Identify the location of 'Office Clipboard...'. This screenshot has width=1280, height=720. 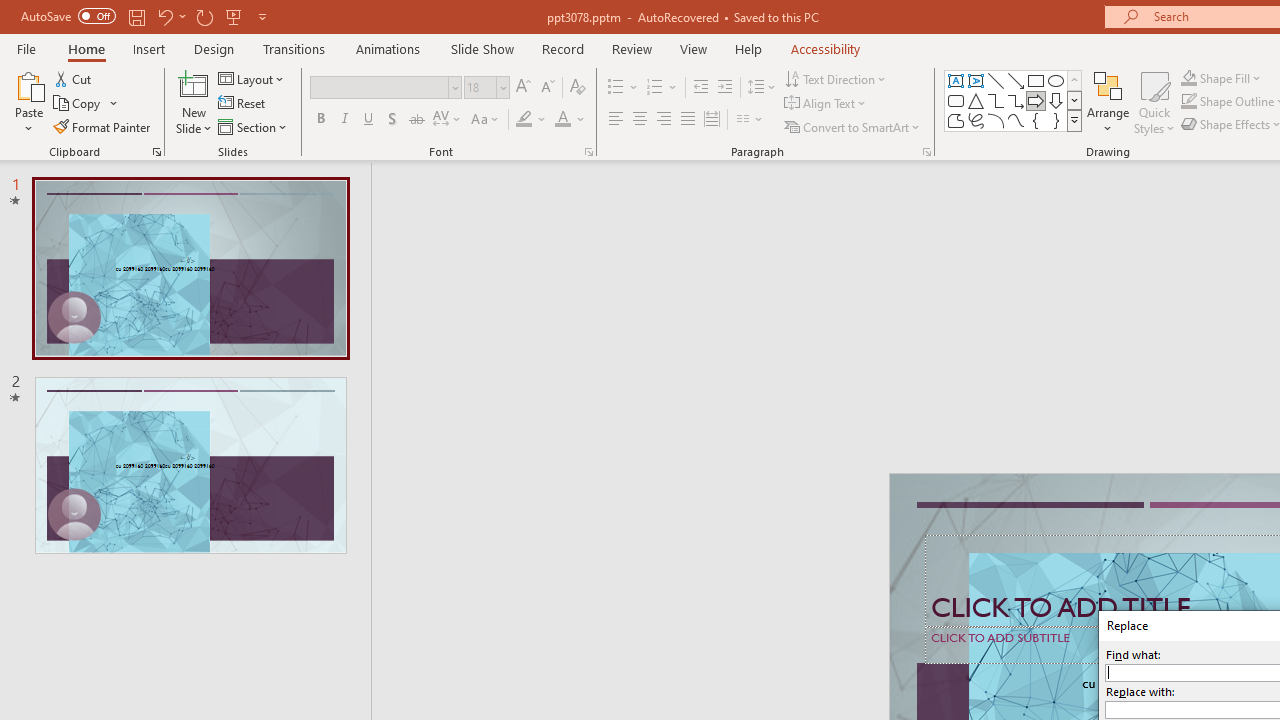
(155, 150).